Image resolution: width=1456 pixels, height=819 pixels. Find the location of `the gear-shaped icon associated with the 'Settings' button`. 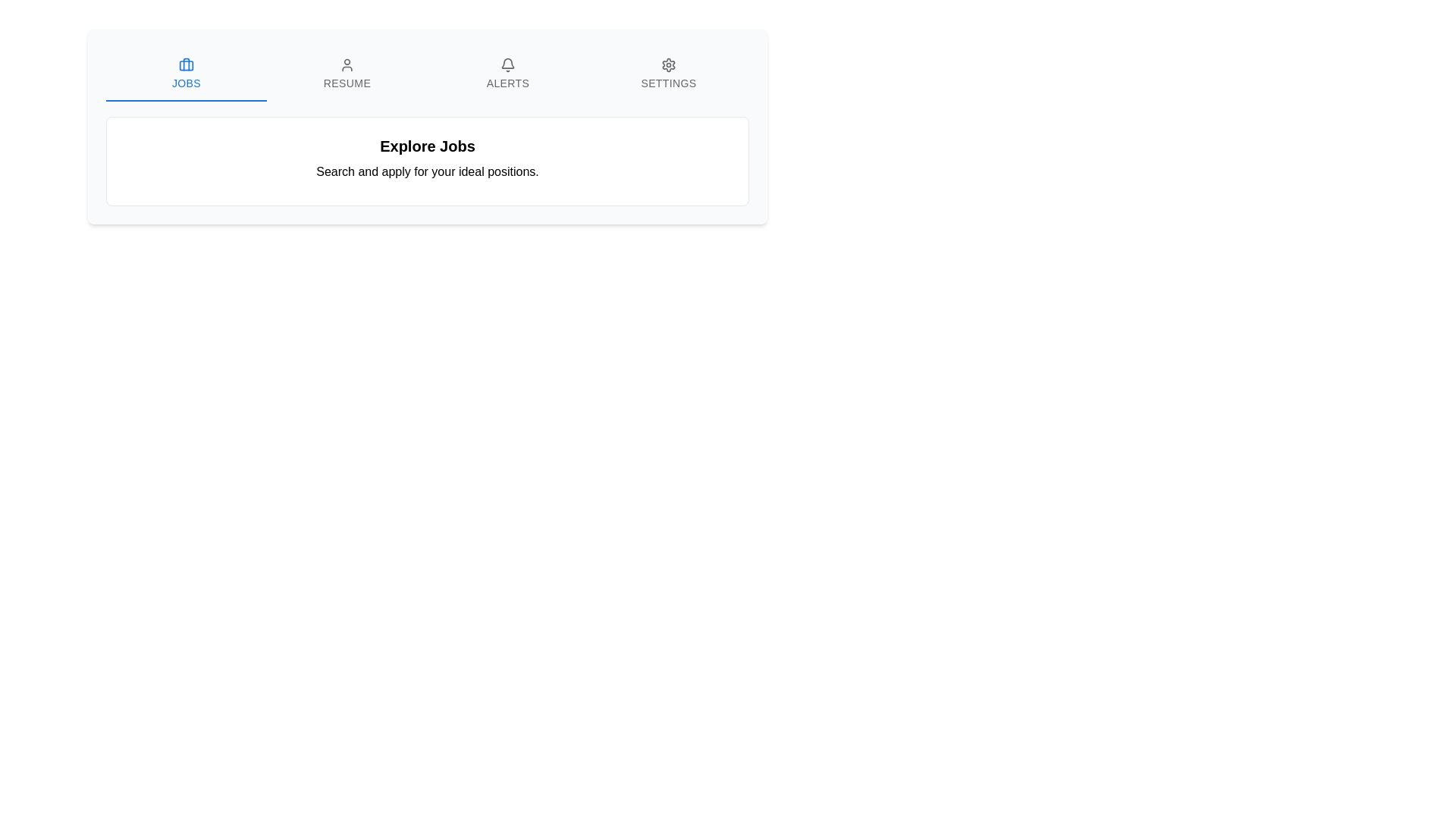

the gear-shaped icon associated with the 'Settings' button is located at coordinates (668, 64).